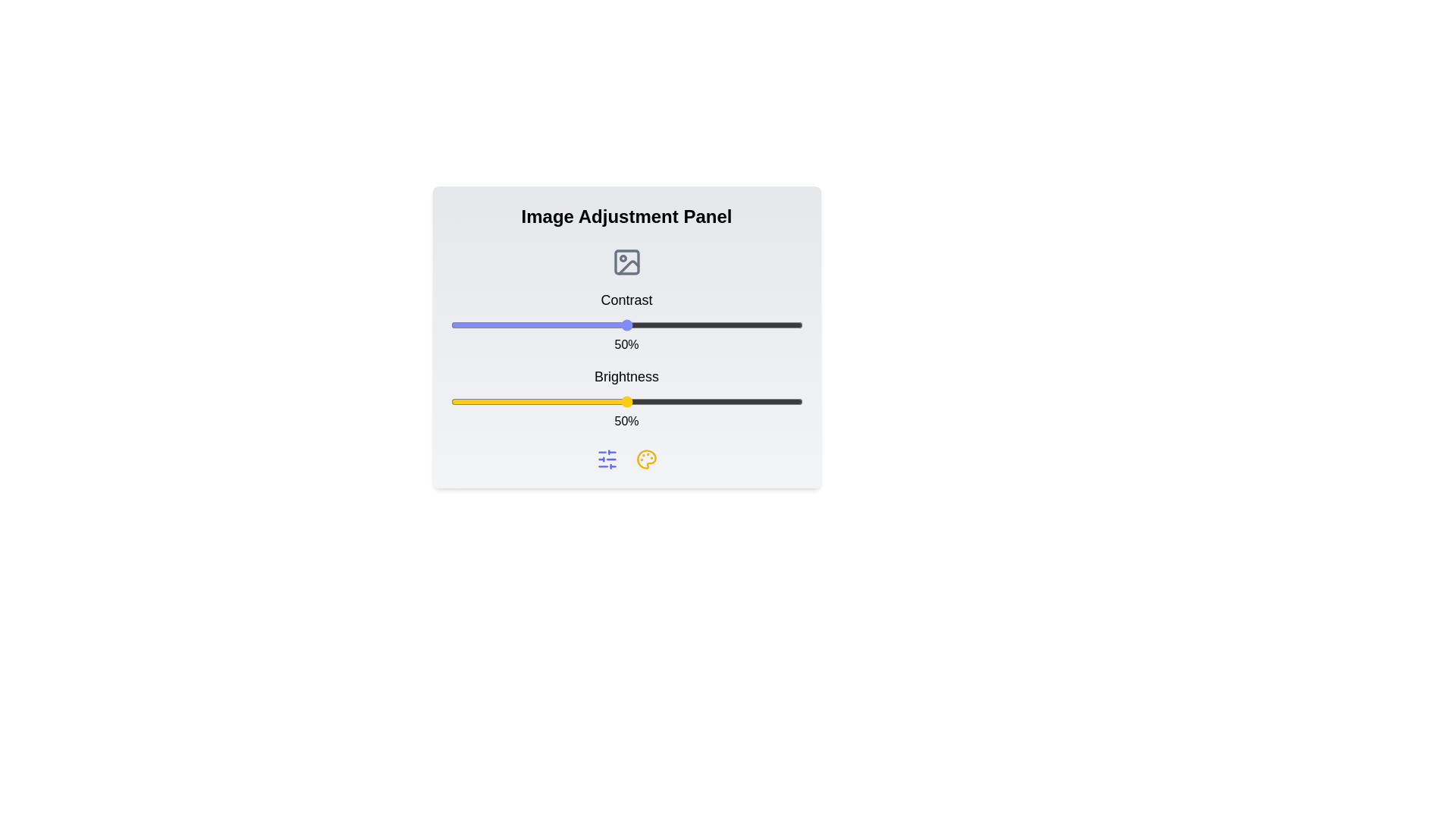 The image size is (1456, 819). I want to click on the contrast slider to 52%, so click(633, 324).